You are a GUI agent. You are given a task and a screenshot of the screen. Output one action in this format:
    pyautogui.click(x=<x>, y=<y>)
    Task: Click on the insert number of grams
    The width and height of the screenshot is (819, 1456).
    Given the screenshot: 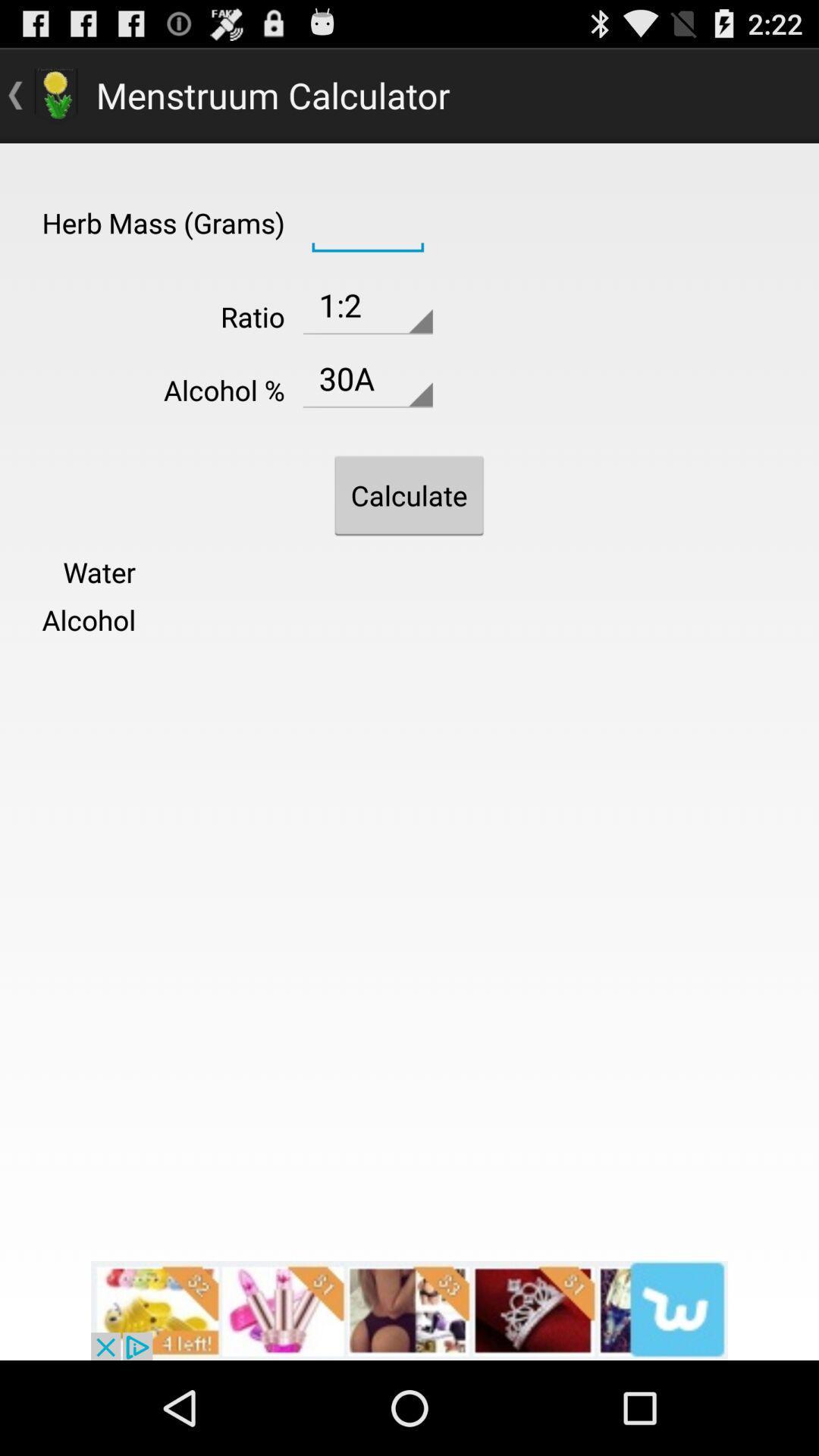 What is the action you would take?
    pyautogui.click(x=368, y=221)
    